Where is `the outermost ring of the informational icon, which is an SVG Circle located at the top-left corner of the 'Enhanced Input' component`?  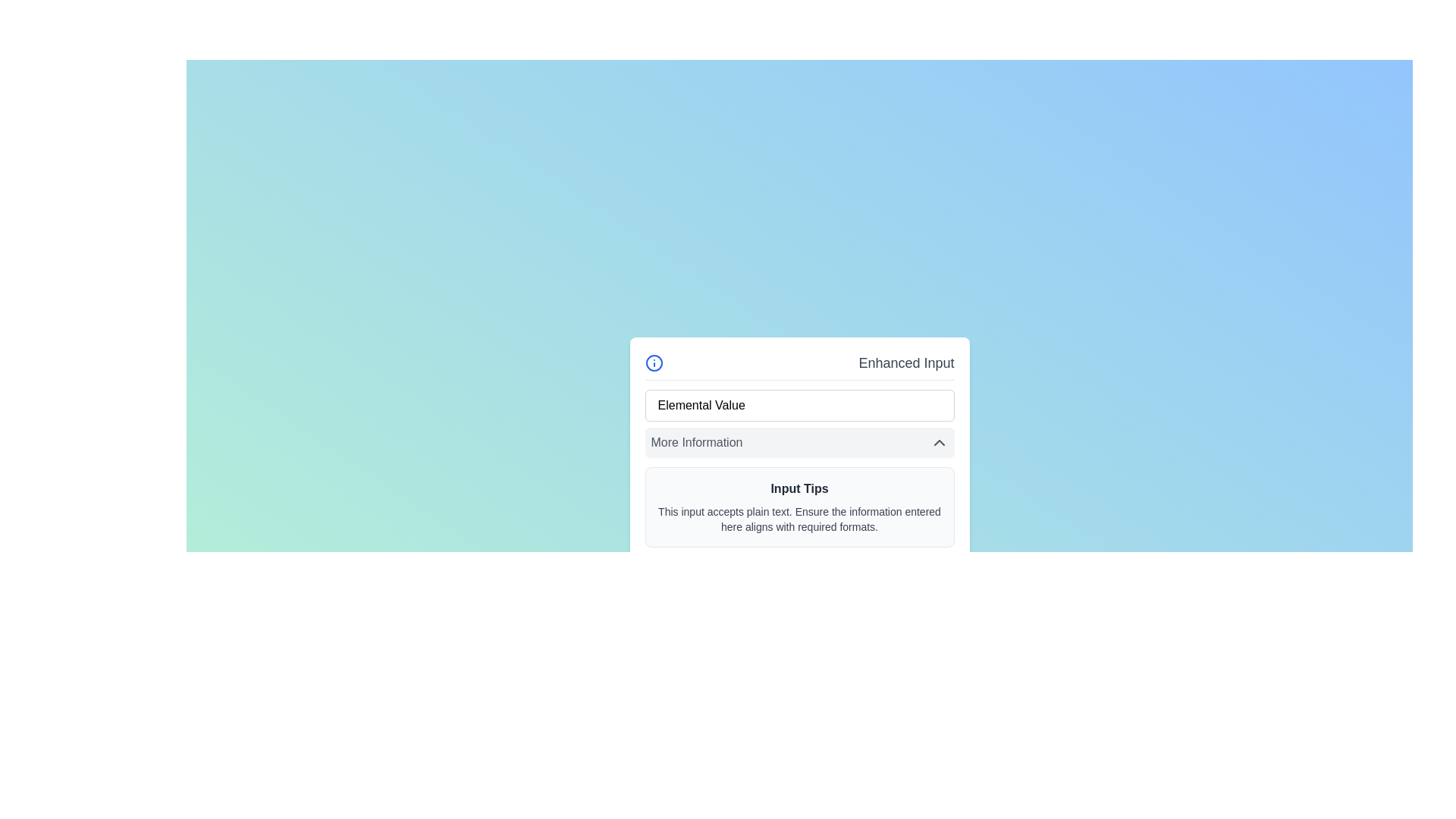
the outermost ring of the informational icon, which is an SVG Circle located at the top-left corner of the 'Enhanced Input' component is located at coordinates (654, 362).